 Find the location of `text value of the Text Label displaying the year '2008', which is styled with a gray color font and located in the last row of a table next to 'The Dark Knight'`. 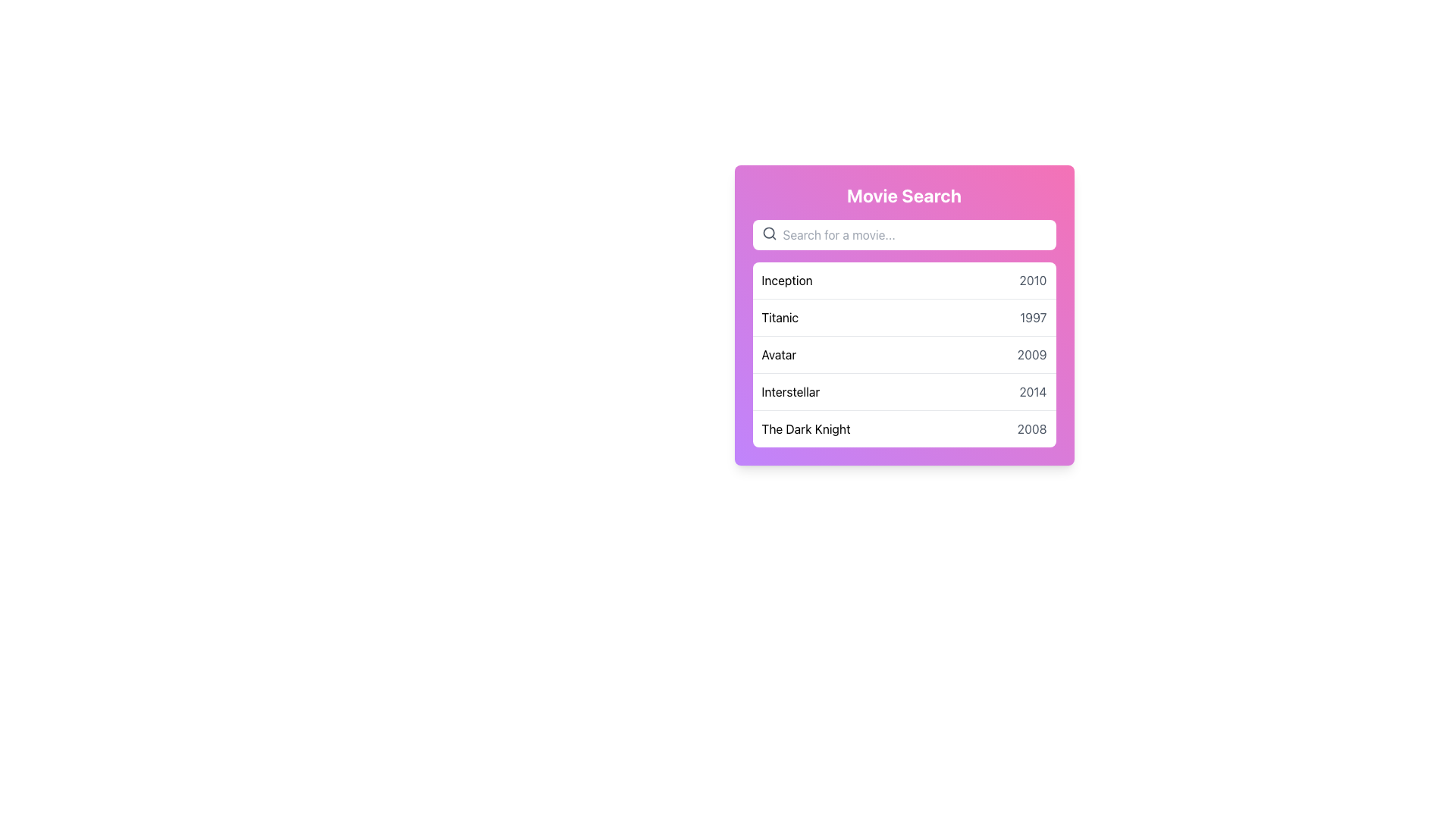

text value of the Text Label displaying the year '2008', which is styled with a gray color font and located in the last row of a table next to 'The Dark Knight' is located at coordinates (1031, 429).